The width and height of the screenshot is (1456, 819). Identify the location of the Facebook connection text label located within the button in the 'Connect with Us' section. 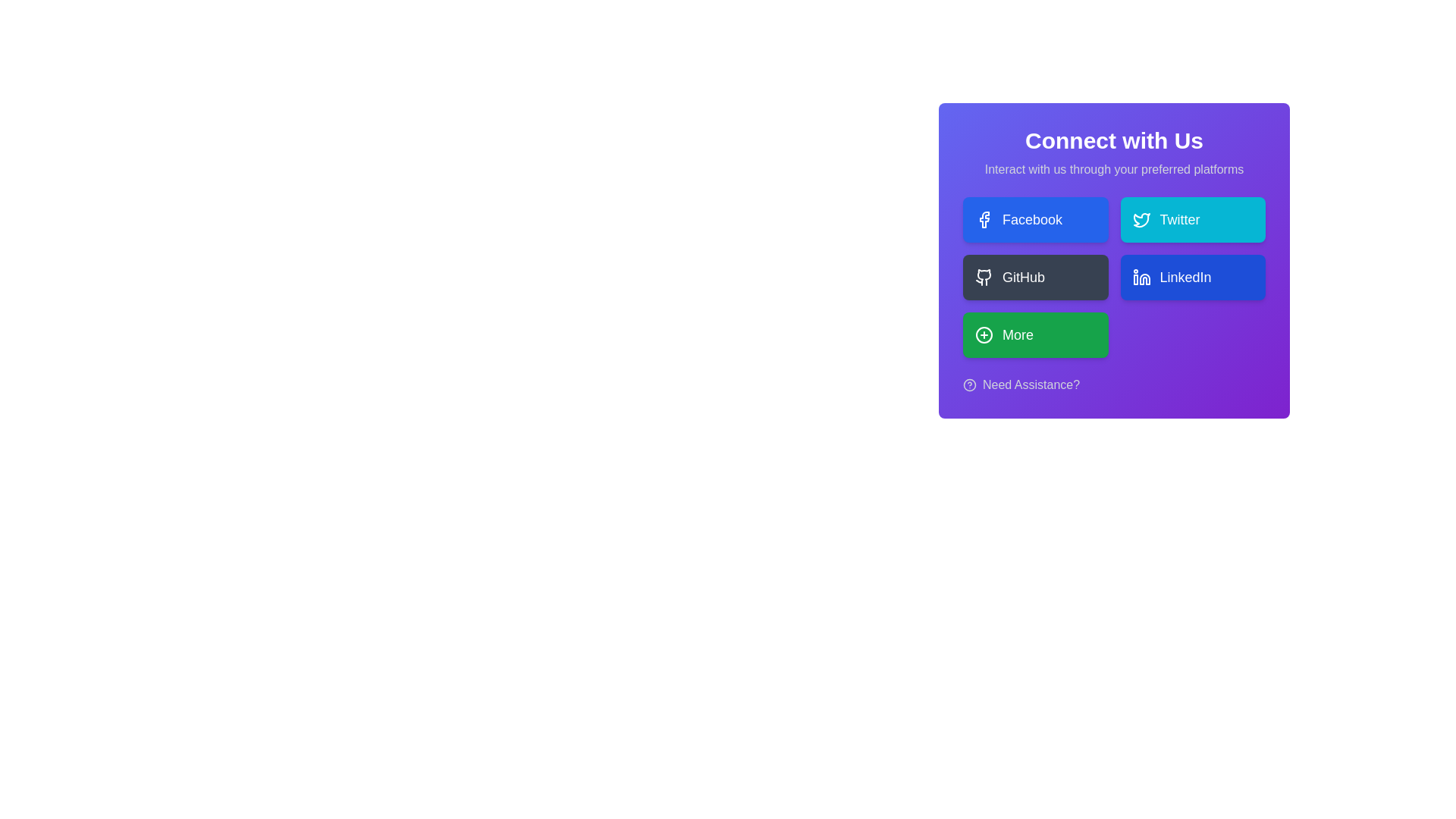
(1031, 219).